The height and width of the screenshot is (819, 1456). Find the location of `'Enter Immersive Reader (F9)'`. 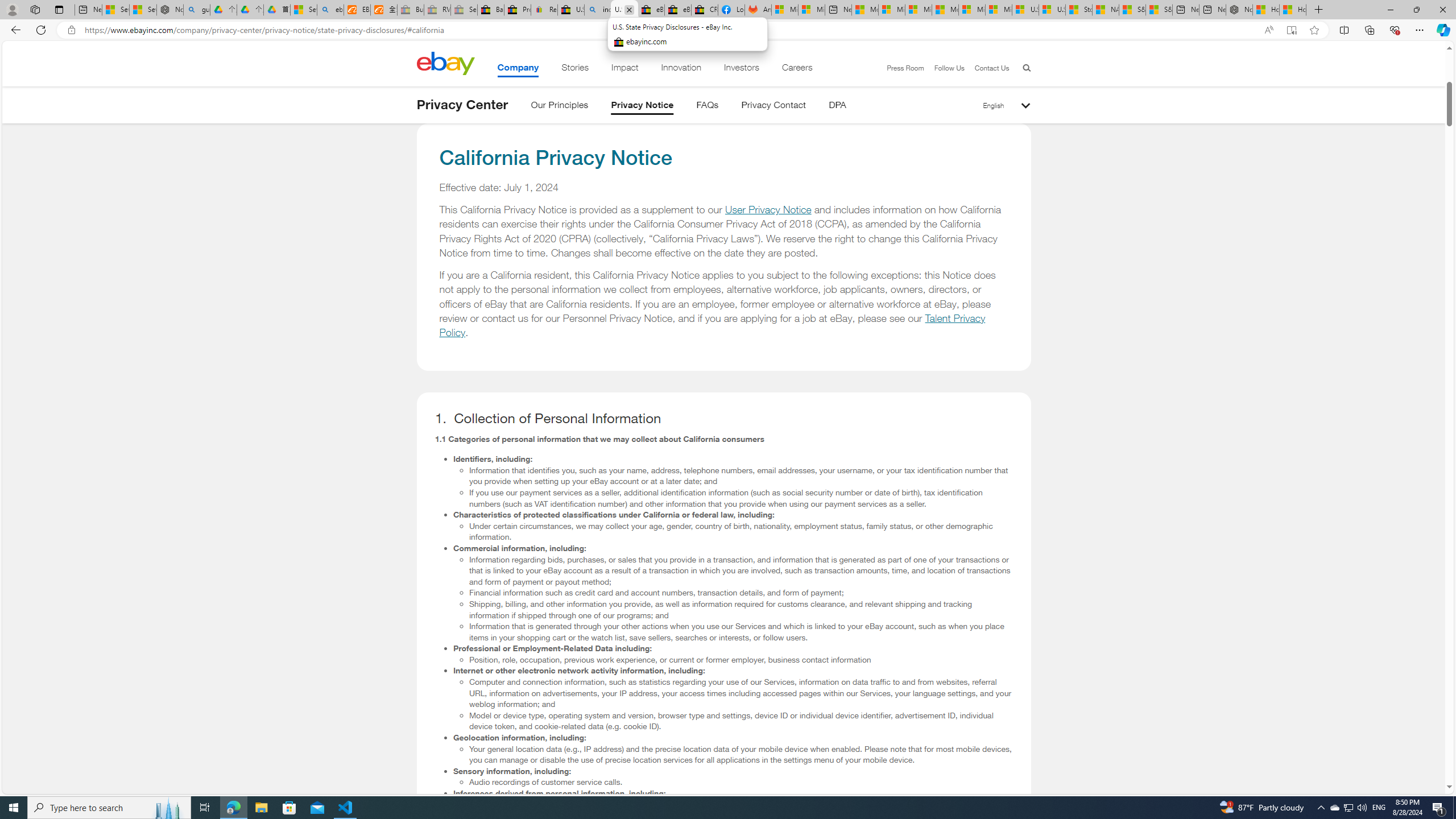

'Enter Immersive Reader (F9)' is located at coordinates (1291, 30).